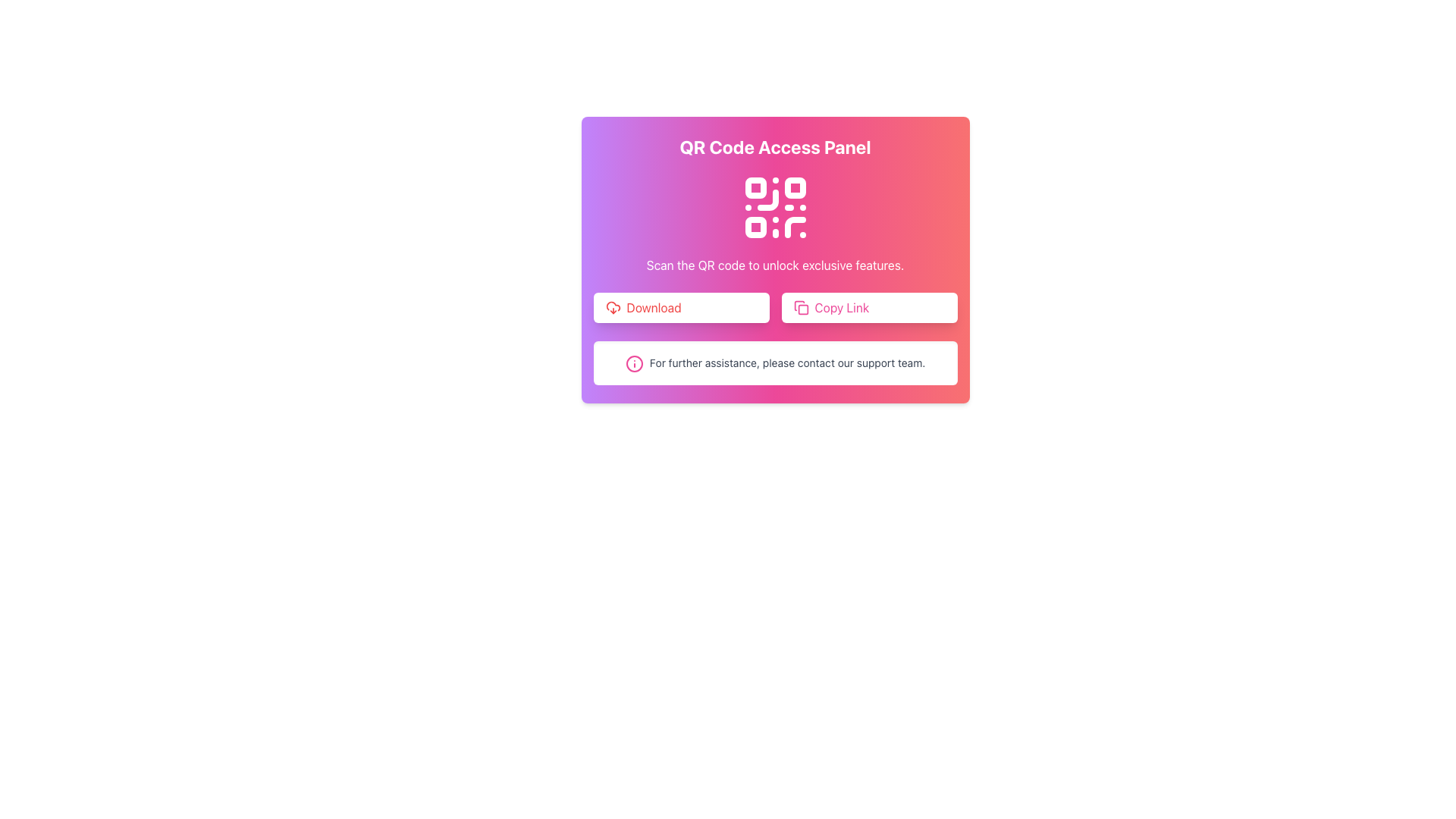 The width and height of the screenshot is (1456, 819). What do you see at coordinates (680, 307) in the screenshot?
I see `the 'Download' button located in the left half of the layout, positioned below the QR code section, to initiate a file download` at bounding box center [680, 307].